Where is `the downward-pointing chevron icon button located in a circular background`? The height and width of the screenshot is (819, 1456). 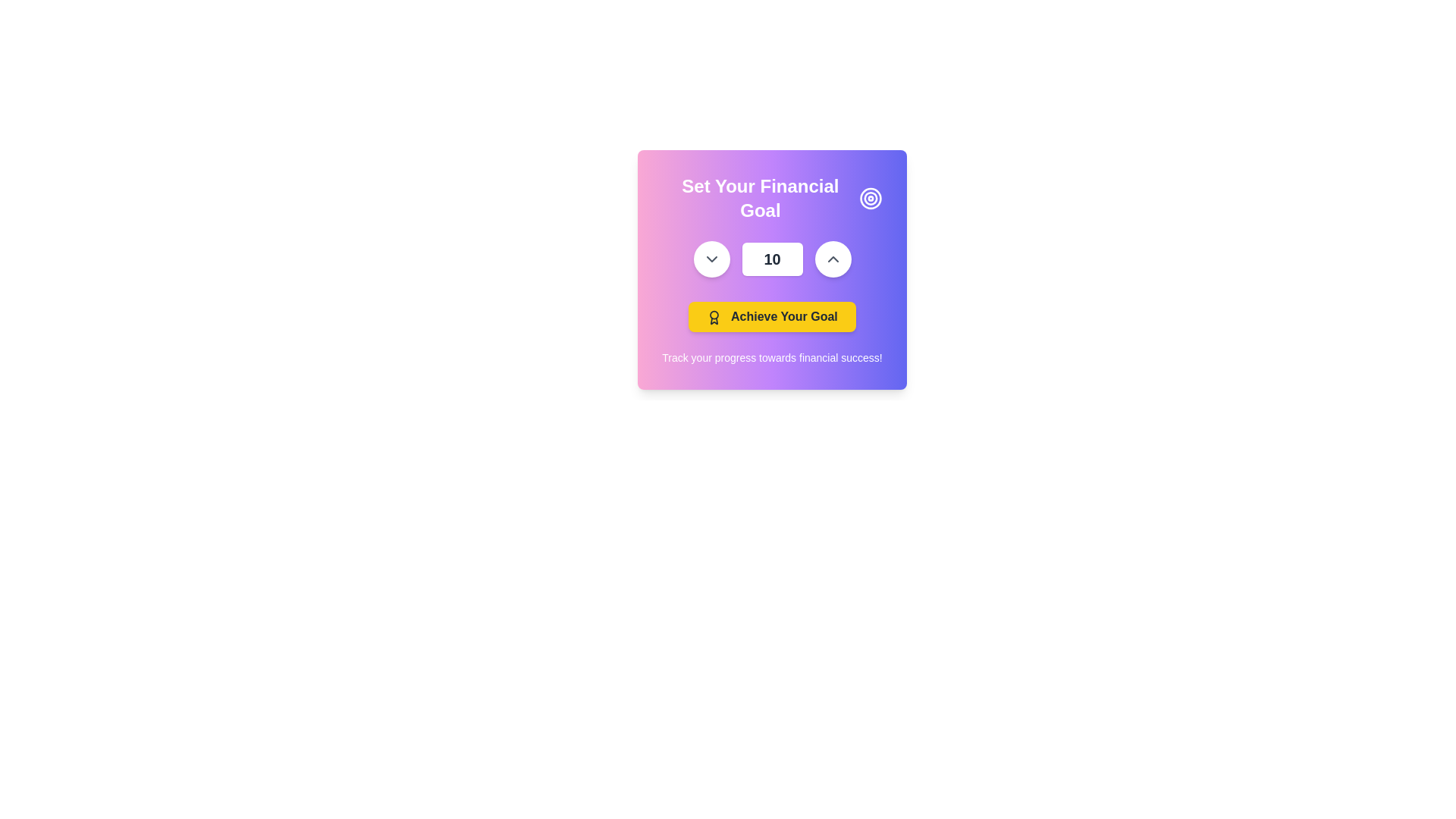 the downward-pointing chevron icon button located in a circular background is located at coordinates (711, 259).